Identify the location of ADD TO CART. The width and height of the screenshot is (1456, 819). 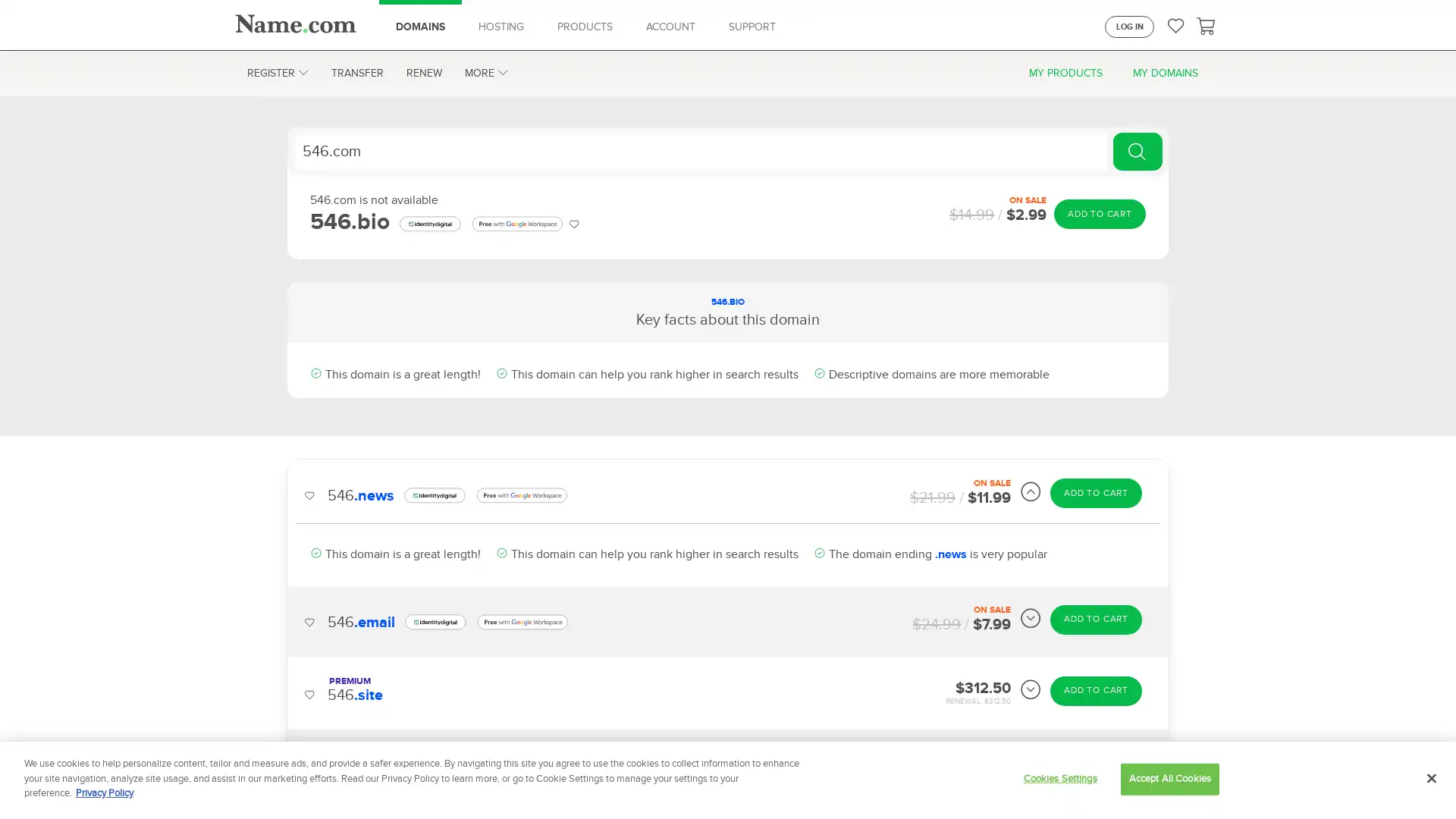
(1096, 493).